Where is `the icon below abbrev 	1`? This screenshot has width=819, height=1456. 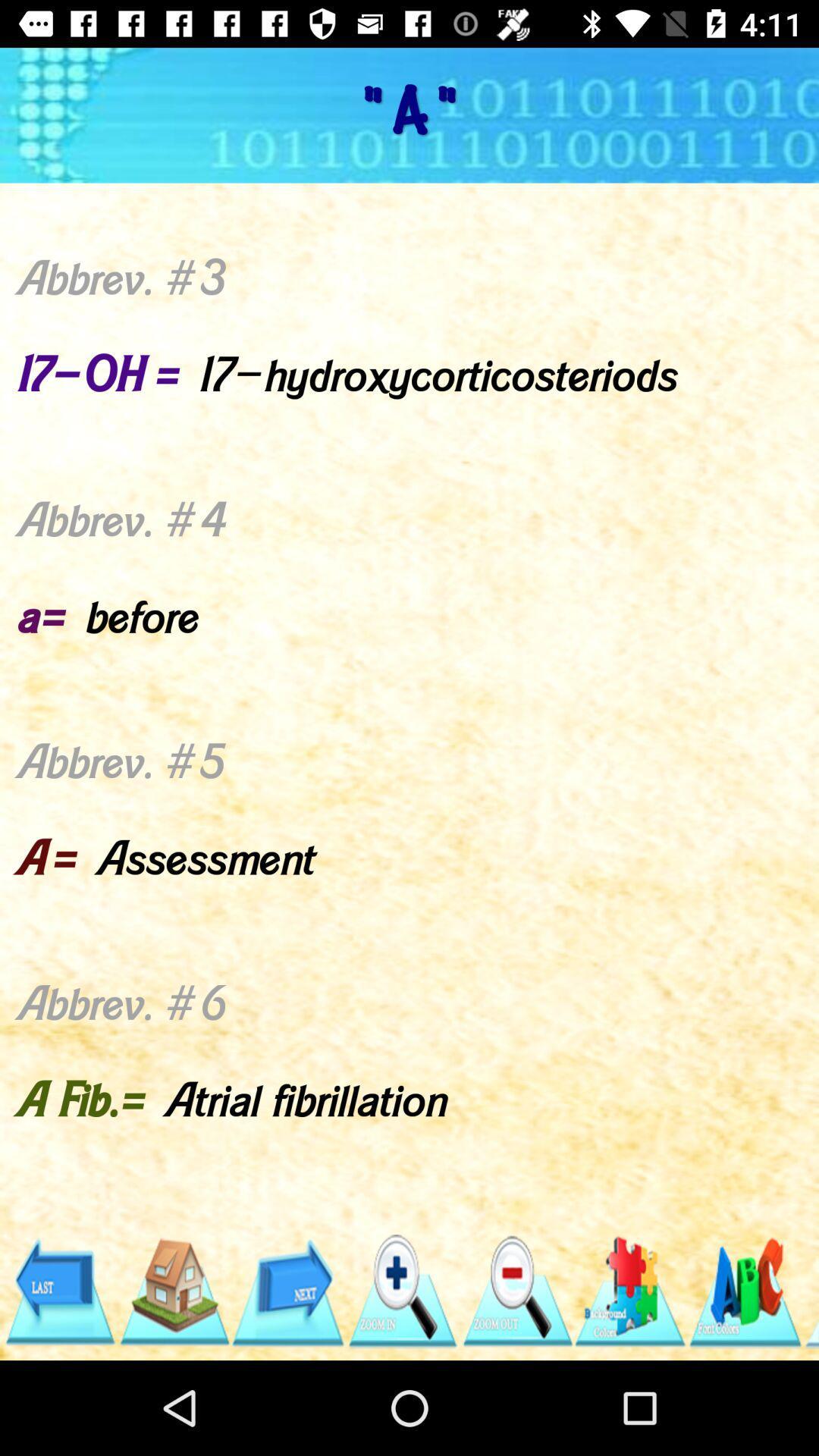 the icon below abbrev 	1 is located at coordinates (173, 1291).